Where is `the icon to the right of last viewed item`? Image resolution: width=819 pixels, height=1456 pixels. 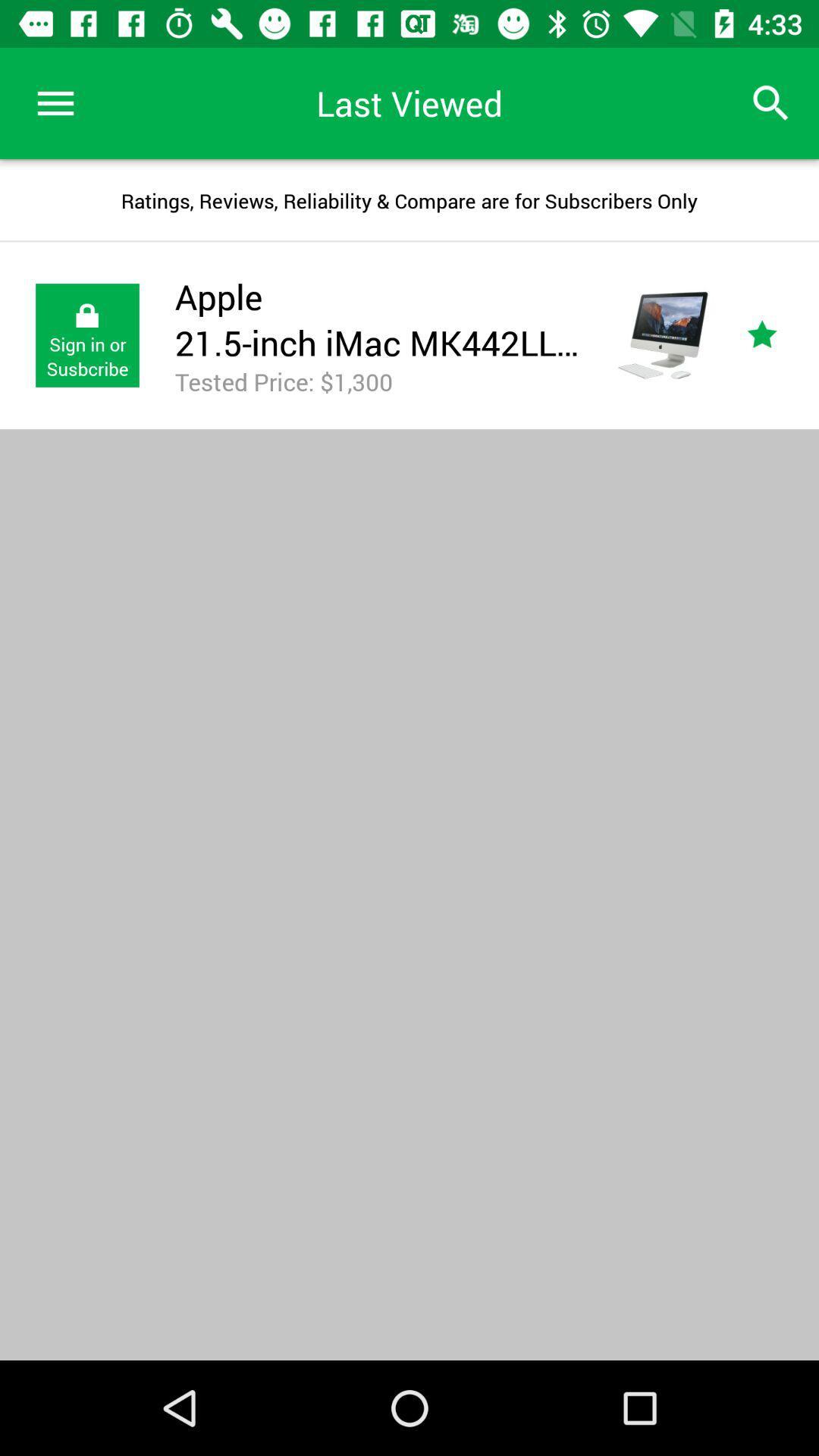
the icon to the right of last viewed item is located at coordinates (771, 102).